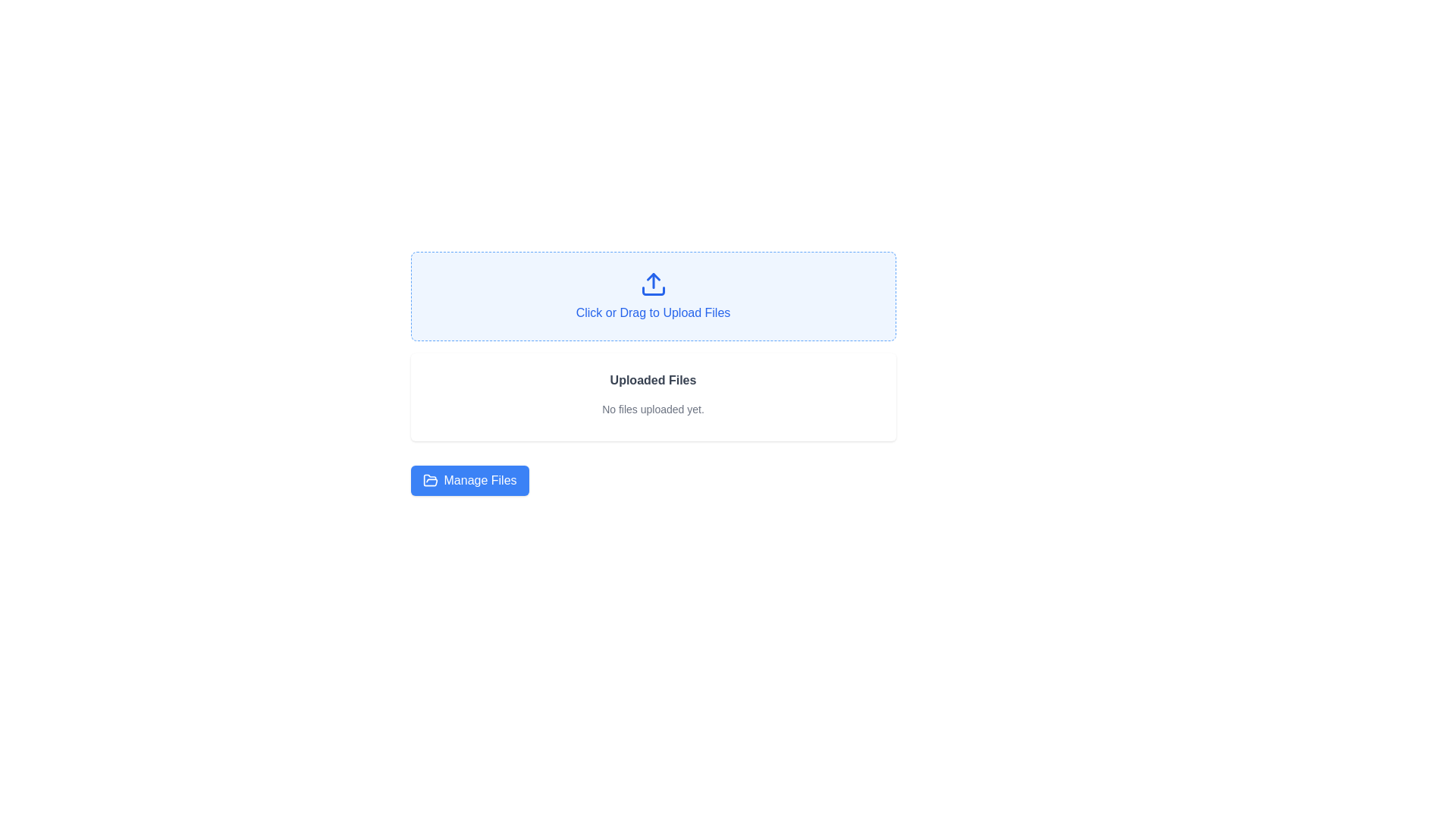 The image size is (1456, 819). I want to click on the folder icon located above the 'Manage Files' button in the bottom section of the interface, so click(429, 480).